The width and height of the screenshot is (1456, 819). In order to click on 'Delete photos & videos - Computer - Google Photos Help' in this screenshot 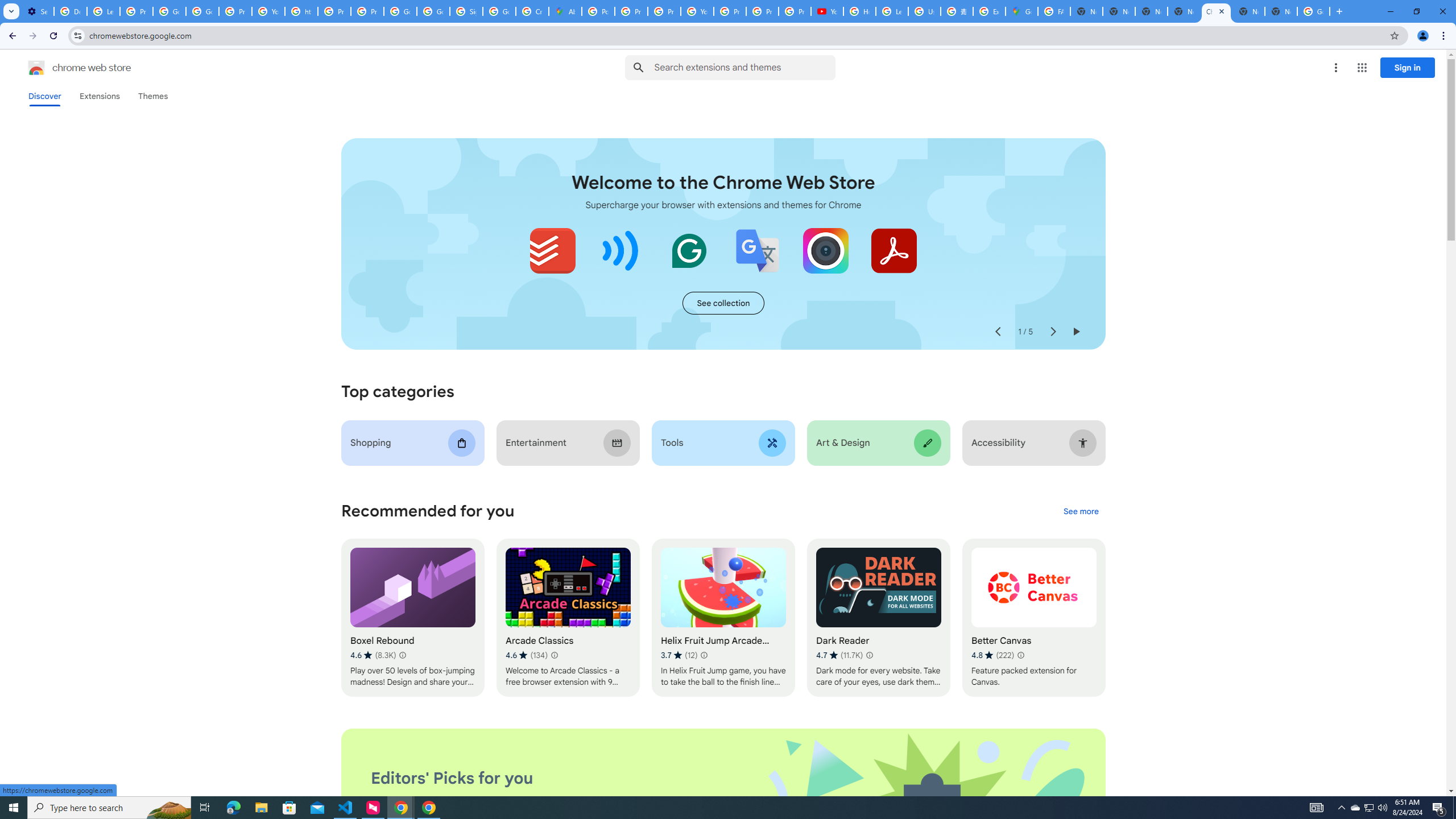, I will do `click(70, 11)`.